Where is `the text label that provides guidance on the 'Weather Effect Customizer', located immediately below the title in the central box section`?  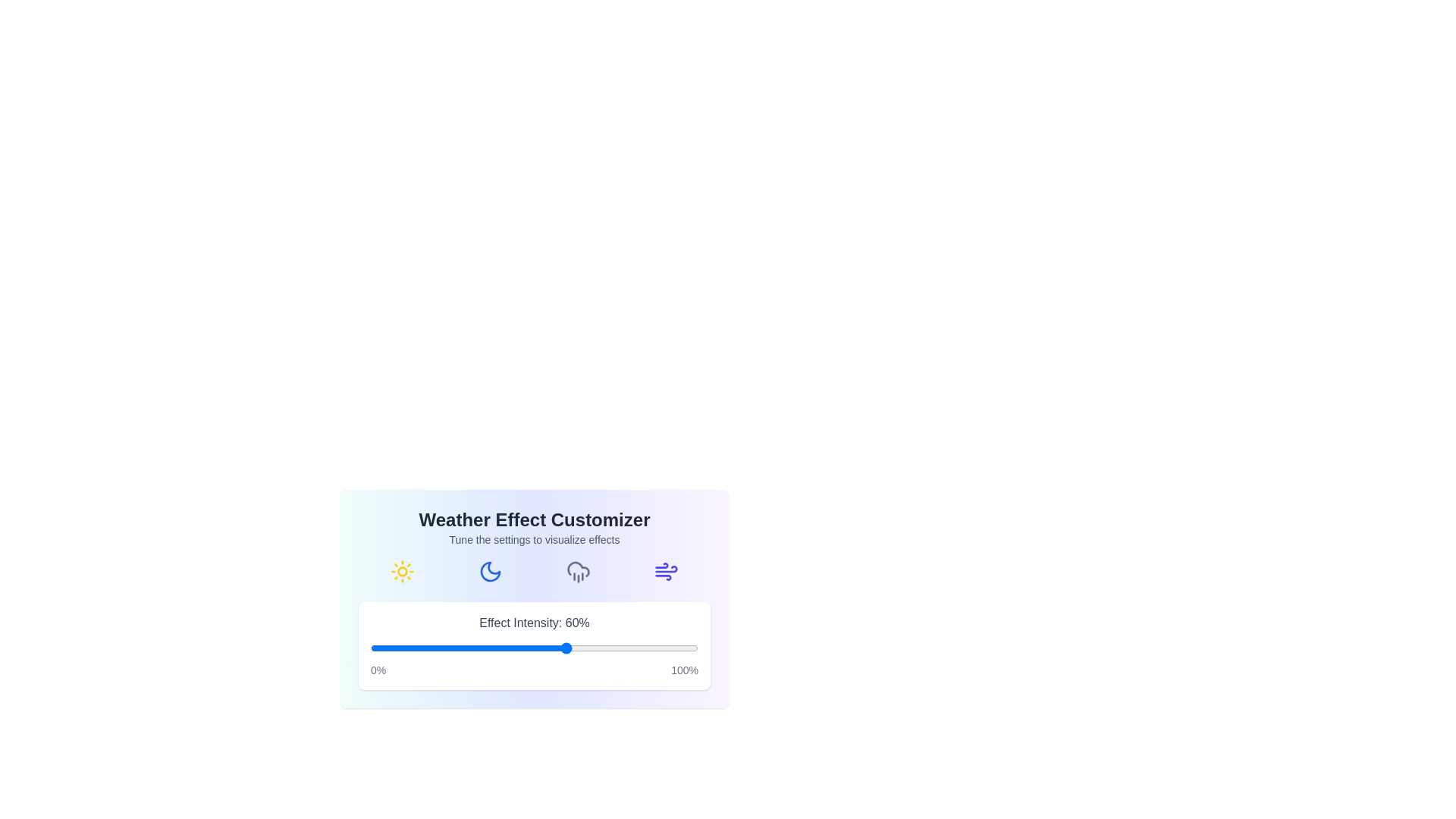 the text label that provides guidance on the 'Weather Effect Customizer', located immediately below the title in the central box section is located at coordinates (535, 539).